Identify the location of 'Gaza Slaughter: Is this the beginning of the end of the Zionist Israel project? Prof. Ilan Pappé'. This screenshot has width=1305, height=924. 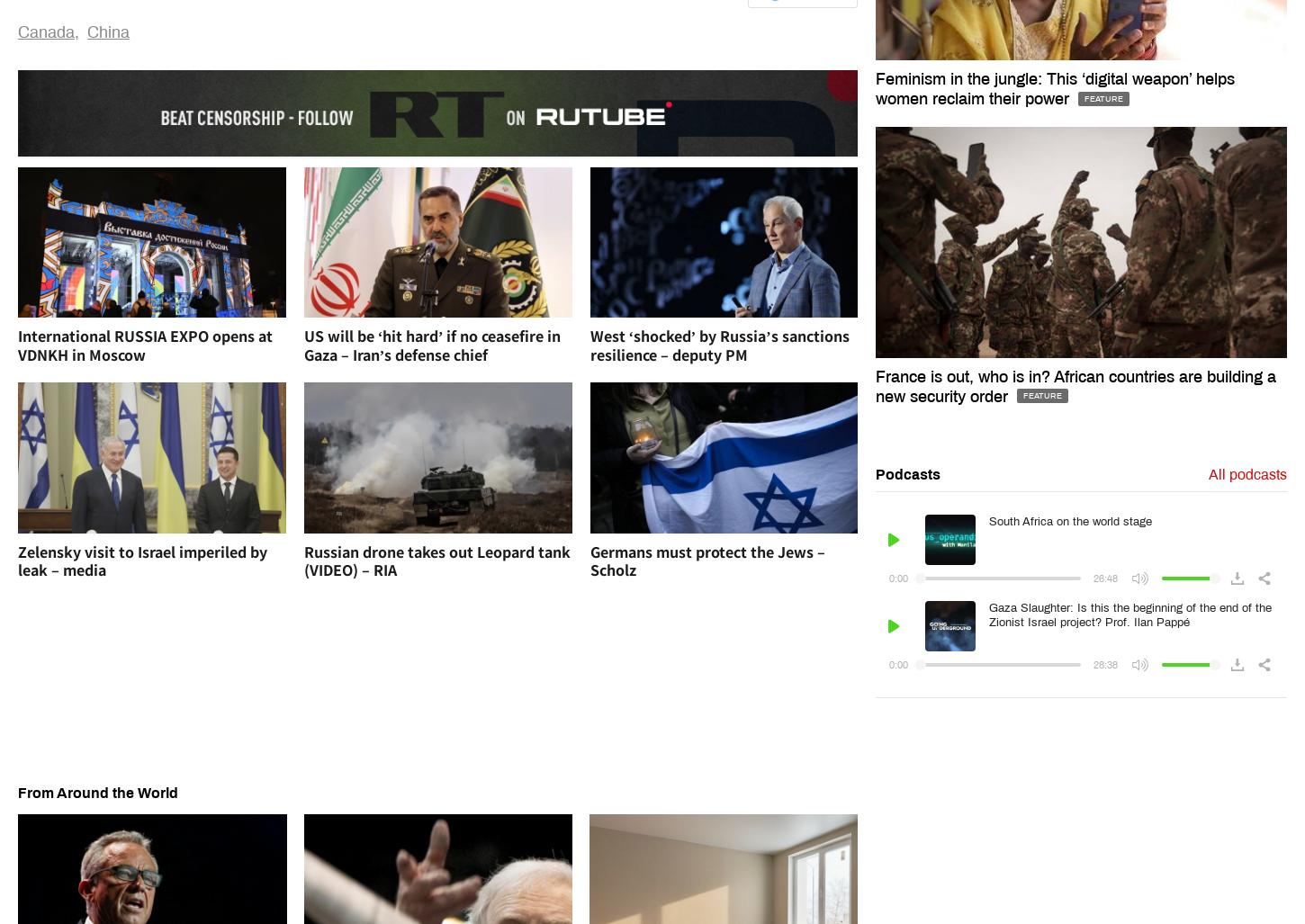
(1129, 614).